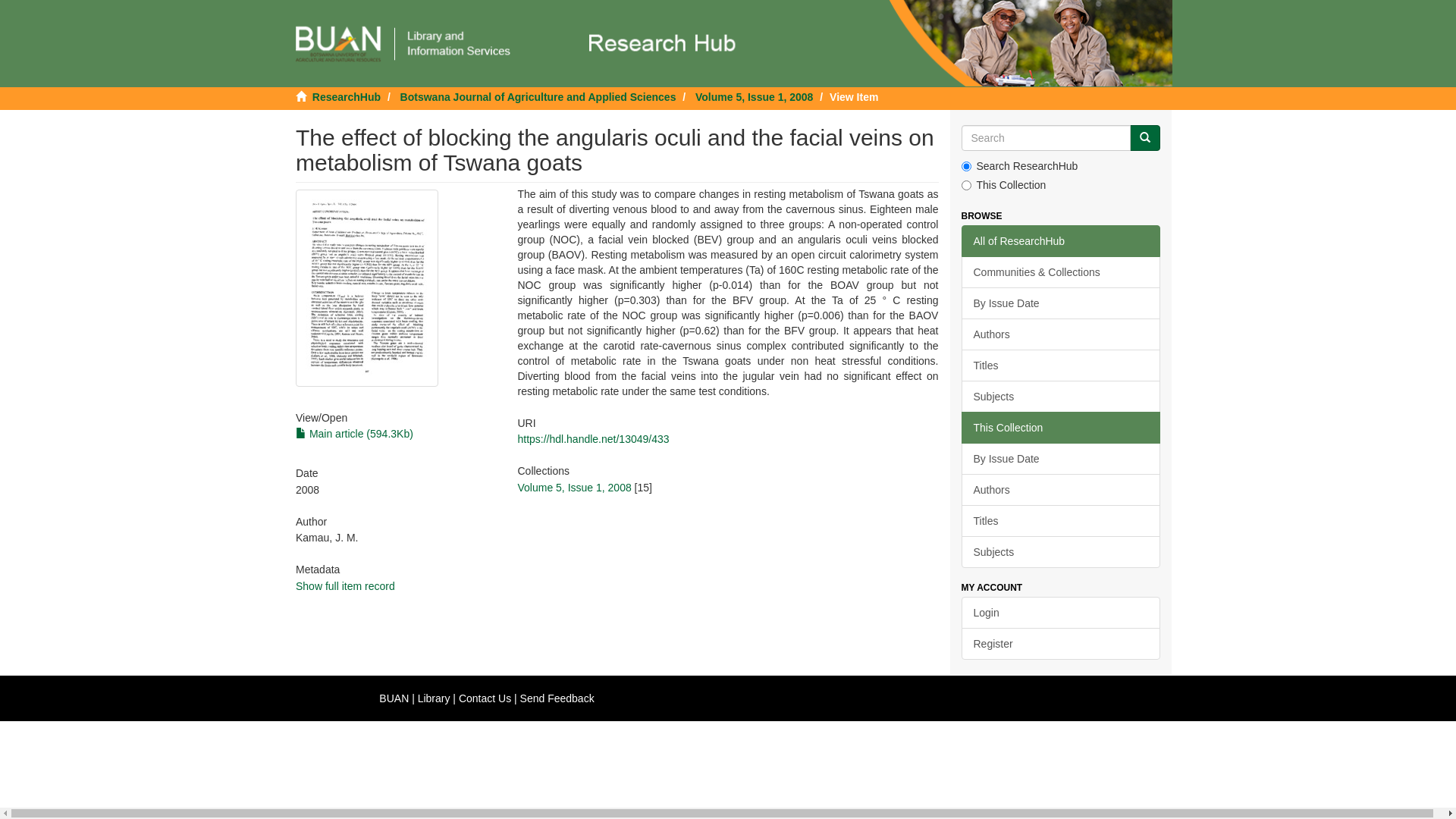 The height and width of the screenshot is (819, 1456). Describe the element at coordinates (592, 438) in the screenshot. I see `'https://hdl.handle.net/13049/433'` at that location.